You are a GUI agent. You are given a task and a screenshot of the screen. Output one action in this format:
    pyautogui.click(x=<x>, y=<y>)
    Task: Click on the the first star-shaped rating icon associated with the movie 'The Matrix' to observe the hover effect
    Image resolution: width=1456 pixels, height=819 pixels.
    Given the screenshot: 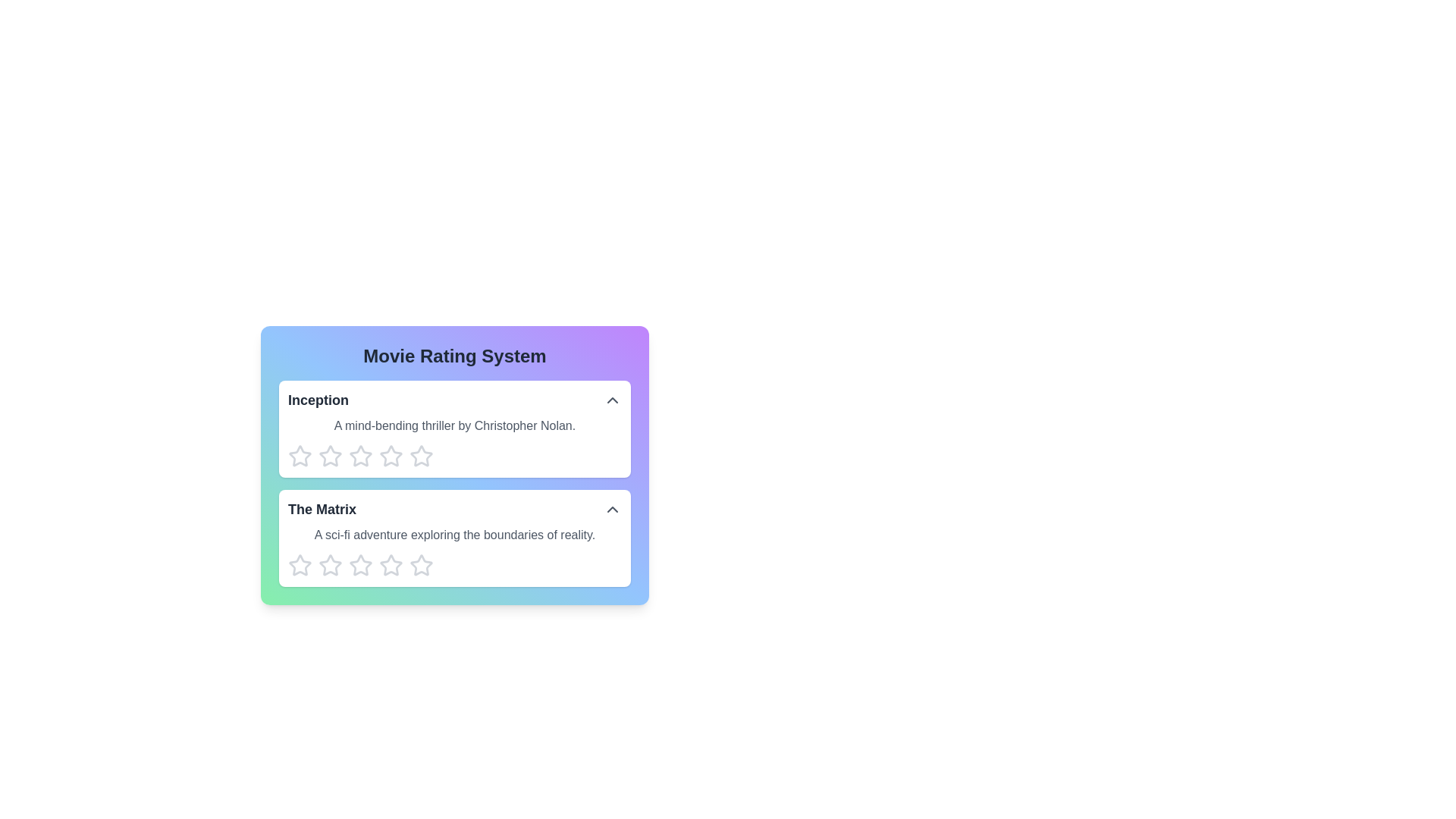 What is the action you would take?
    pyautogui.click(x=300, y=565)
    